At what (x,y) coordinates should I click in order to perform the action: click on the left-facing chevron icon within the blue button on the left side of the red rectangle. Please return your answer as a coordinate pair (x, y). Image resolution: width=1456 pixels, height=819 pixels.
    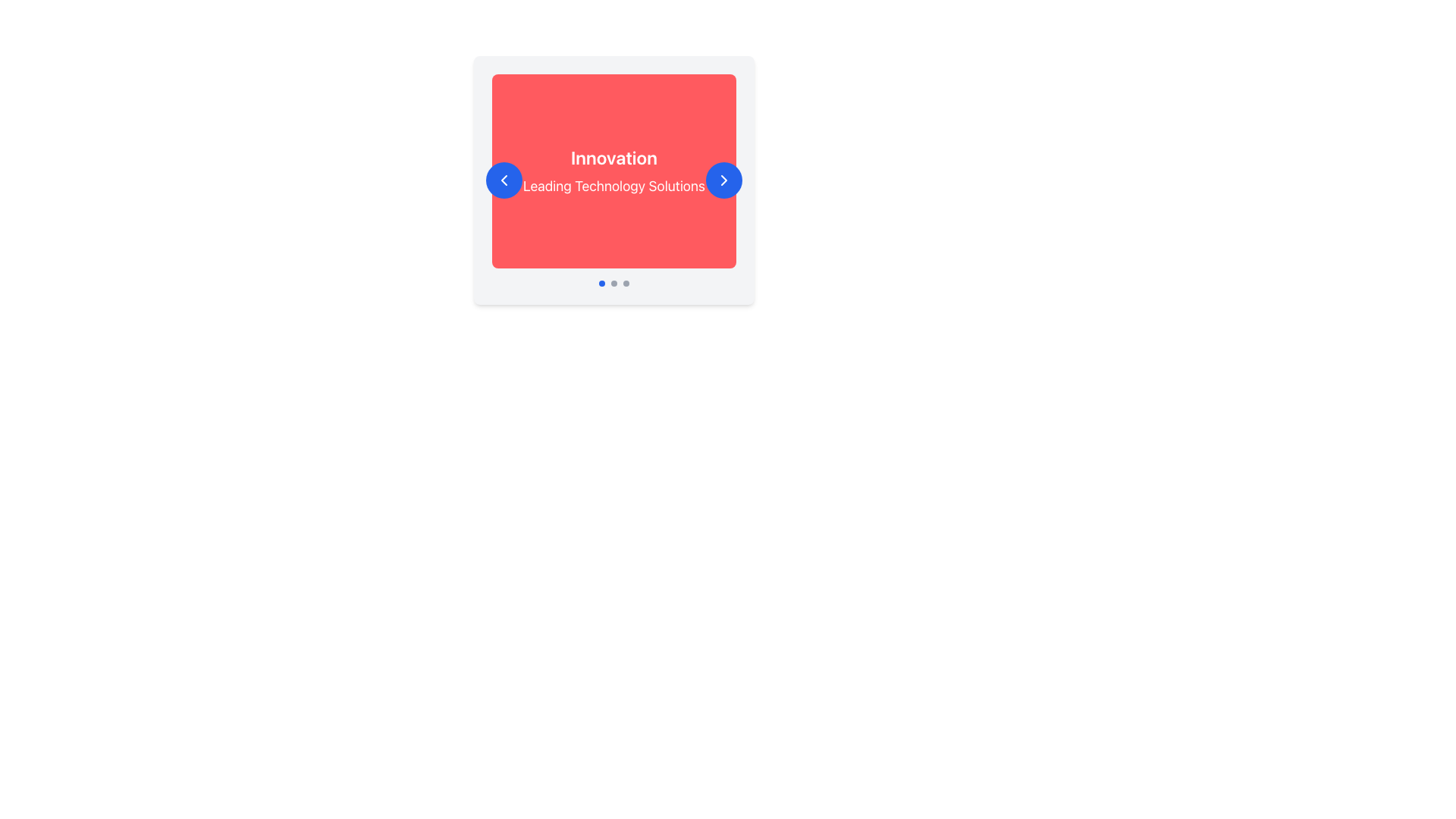
    Looking at the image, I should click on (504, 180).